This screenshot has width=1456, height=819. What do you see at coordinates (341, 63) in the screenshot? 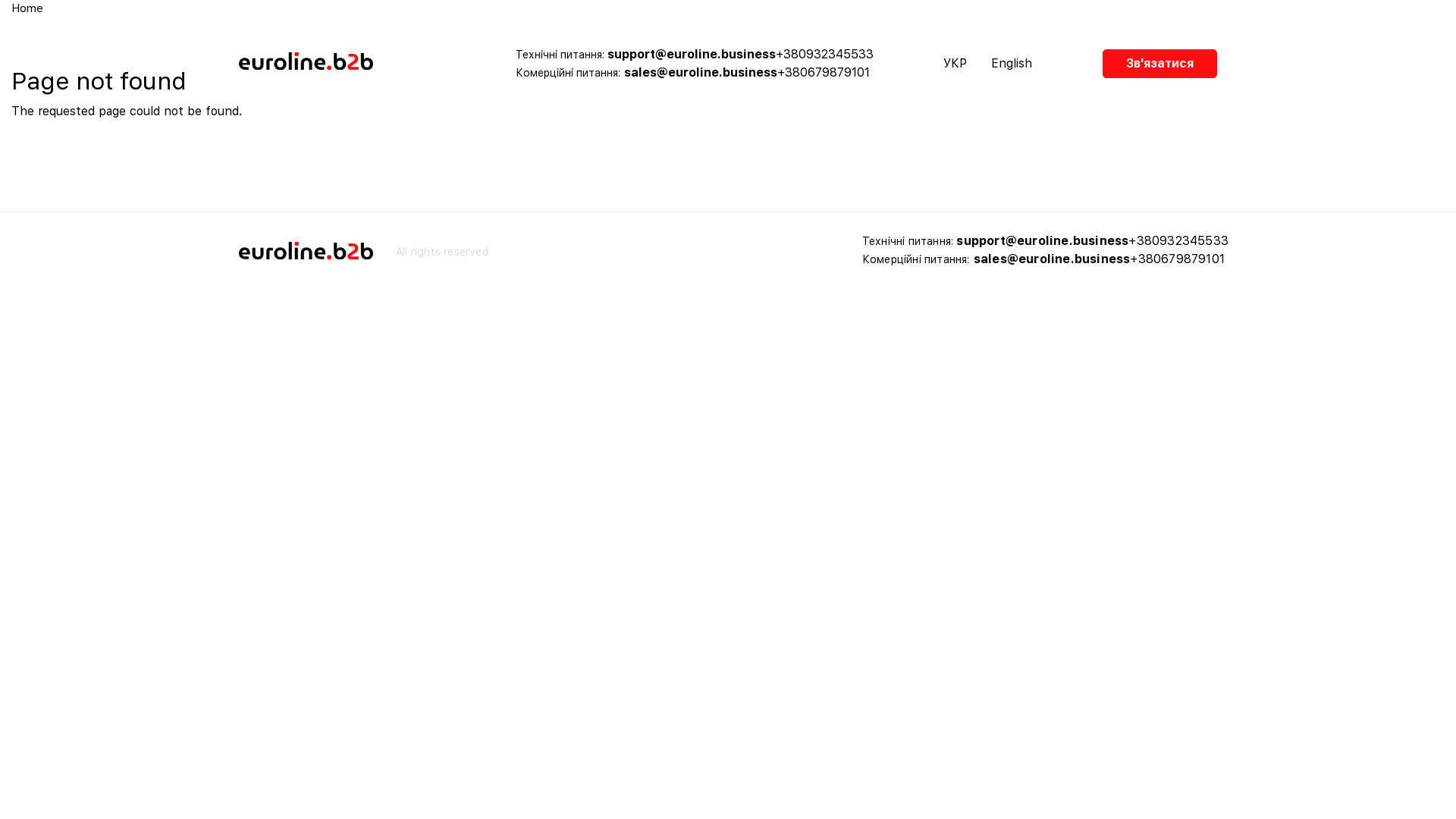
I see `'Home'` at bounding box center [341, 63].